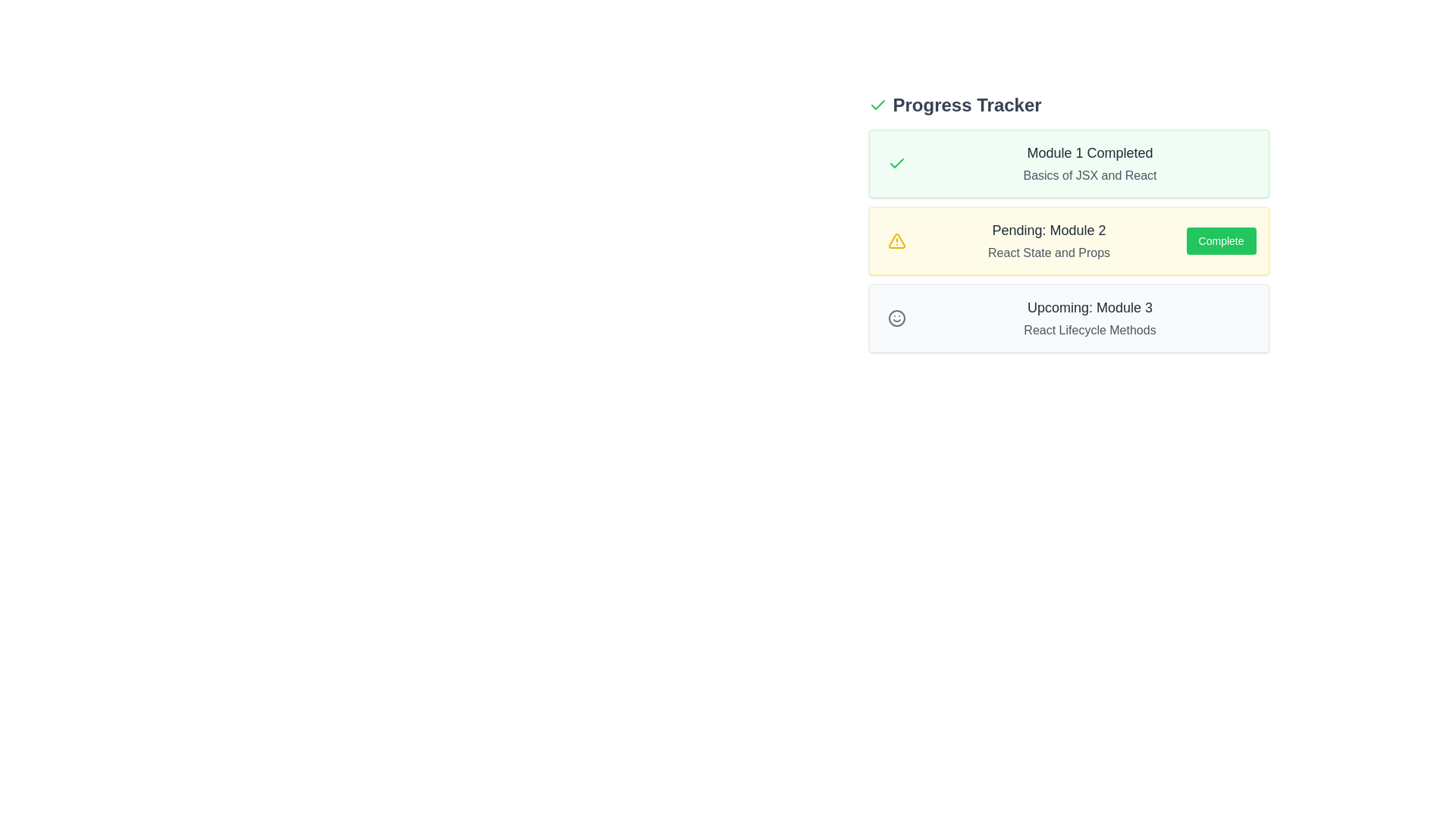 The height and width of the screenshot is (819, 1456). Describe the element at coordinates (896, 318) in the screenshot. I see `the smiley face icon located in the 'Progress Tracker' section, specifically in the row titled 'Upcoming: Module 3', which is positioned to the left of the text 'React Lifecycle Methods'` at that location.